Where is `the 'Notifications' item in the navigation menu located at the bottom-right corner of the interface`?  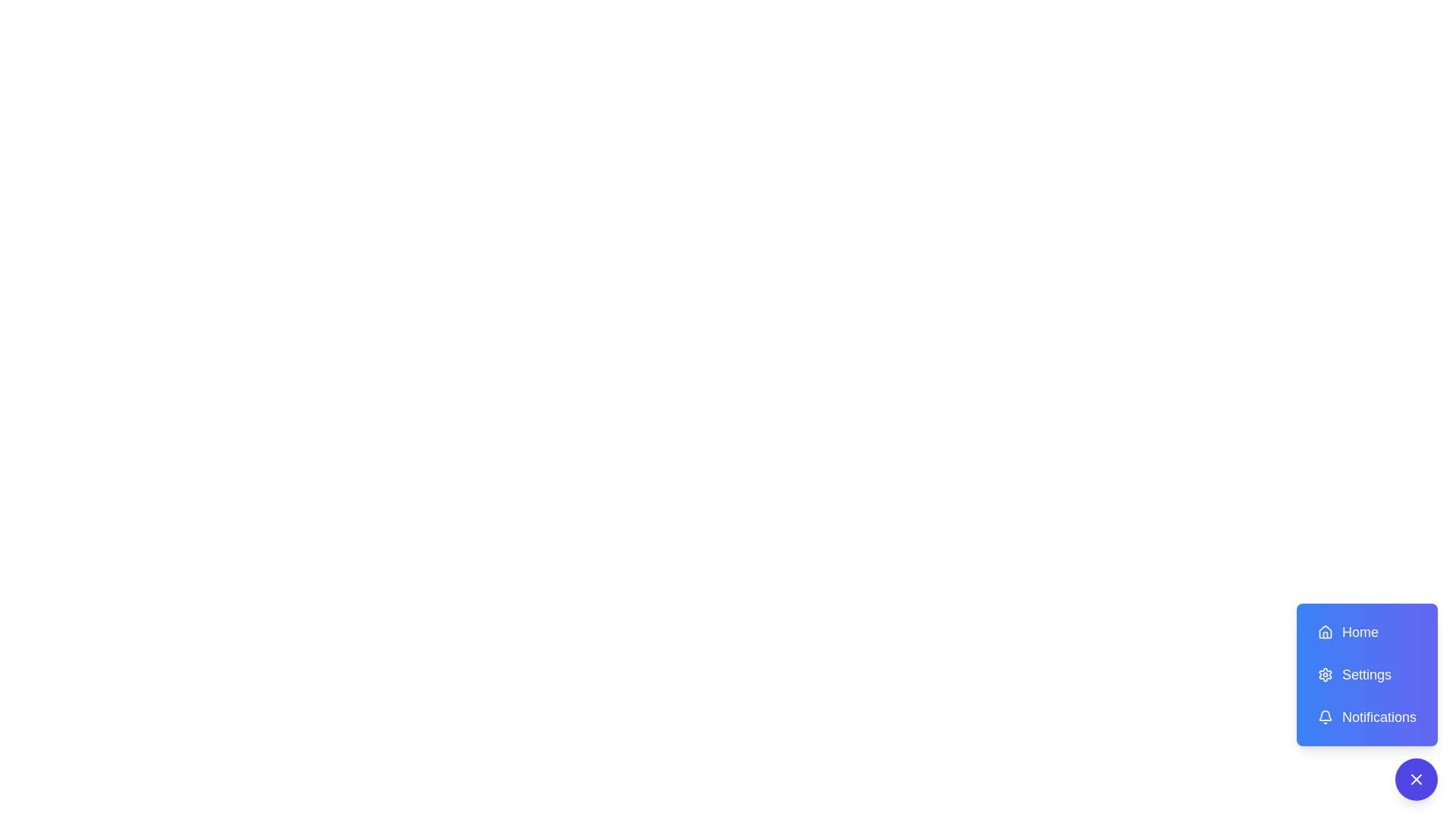 the 'Notifications' item in the navigation menu located at the bottom-right corner of the interface is located at coordinates (1367, 701).